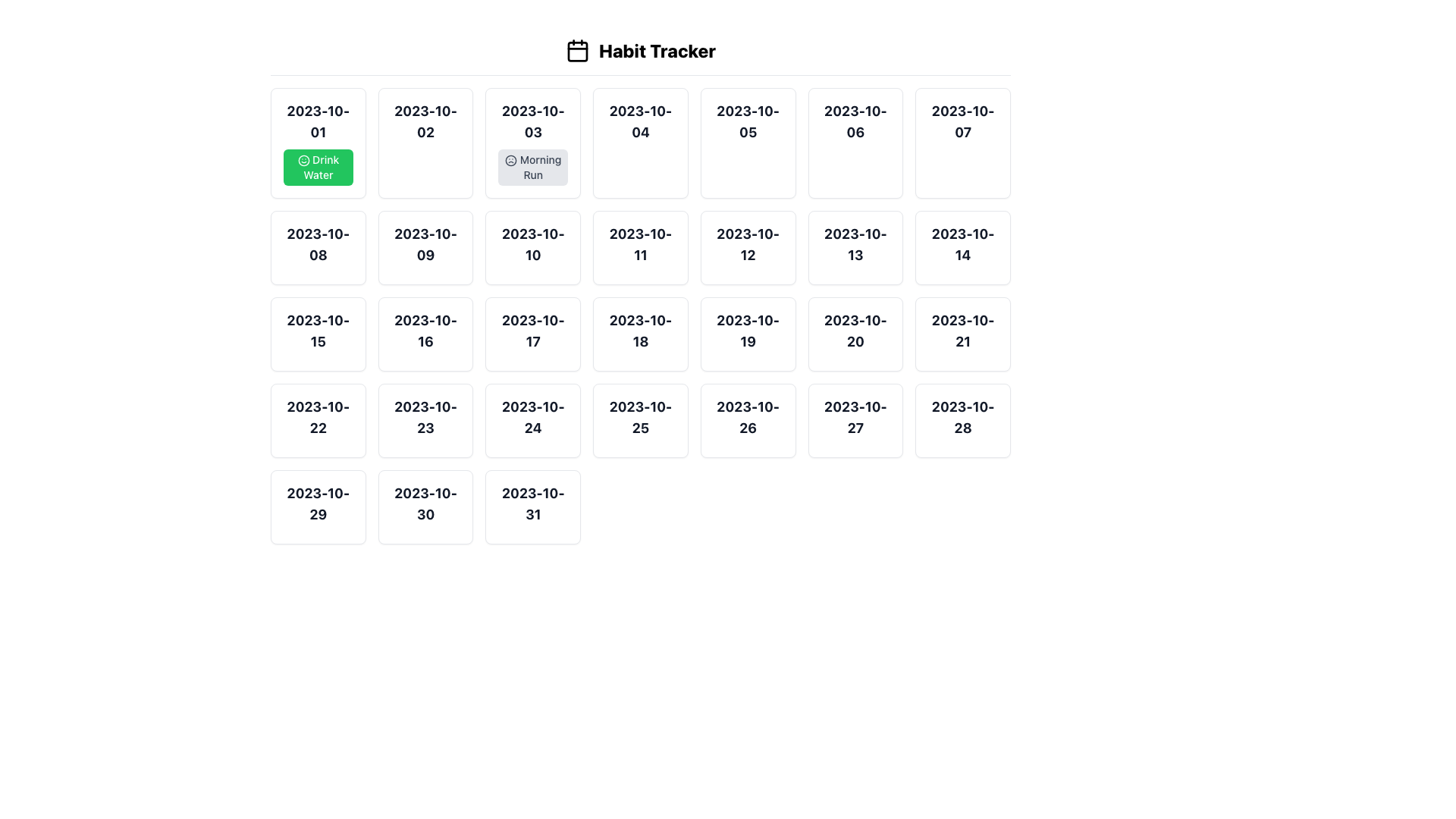  What do you see at coordinates (962, 418) in the screenshot?
I see `the text label displaying the date '2023-10-28' located in the sixth row and fifth column of the habit tracker interface` at bounding box center [962, 418].